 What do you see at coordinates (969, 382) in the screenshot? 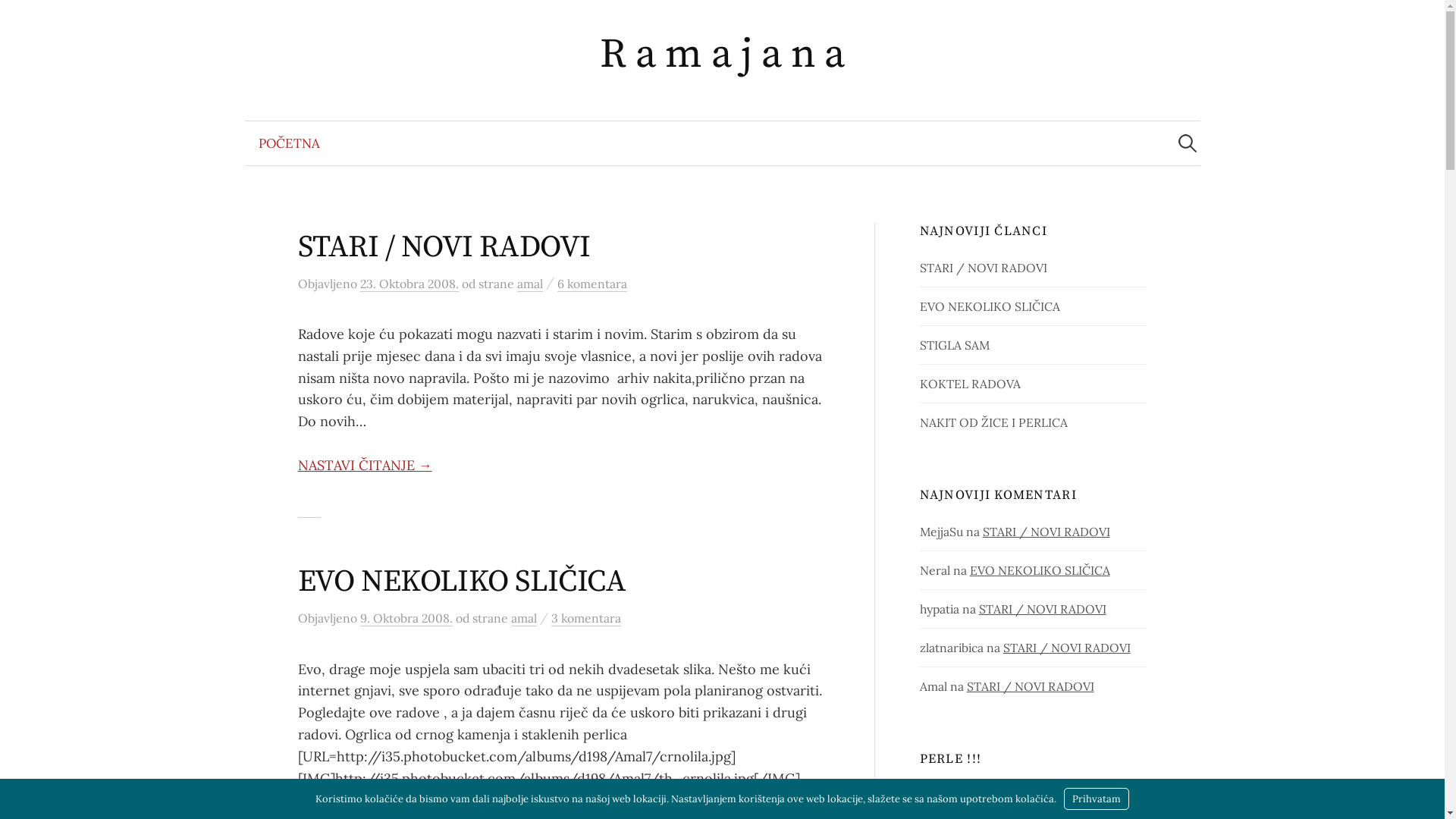
I see `'KOKTEL RADOVA'` at bounding box center [969, 382].